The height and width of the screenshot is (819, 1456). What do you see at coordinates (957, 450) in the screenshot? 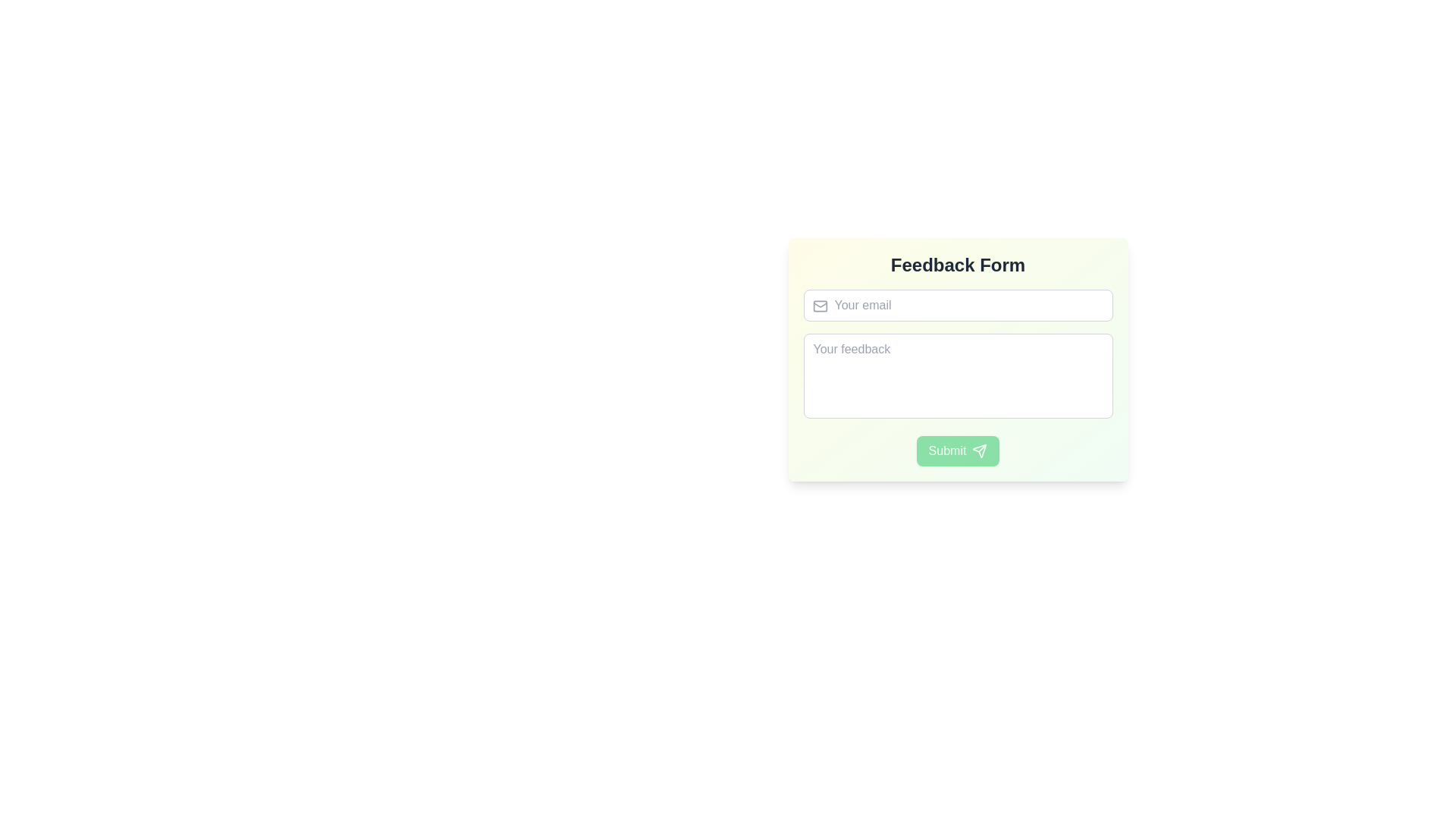
I see `the green rectangular 'Submit' button with a white paper plane icon` at bounding box center [957, 450].